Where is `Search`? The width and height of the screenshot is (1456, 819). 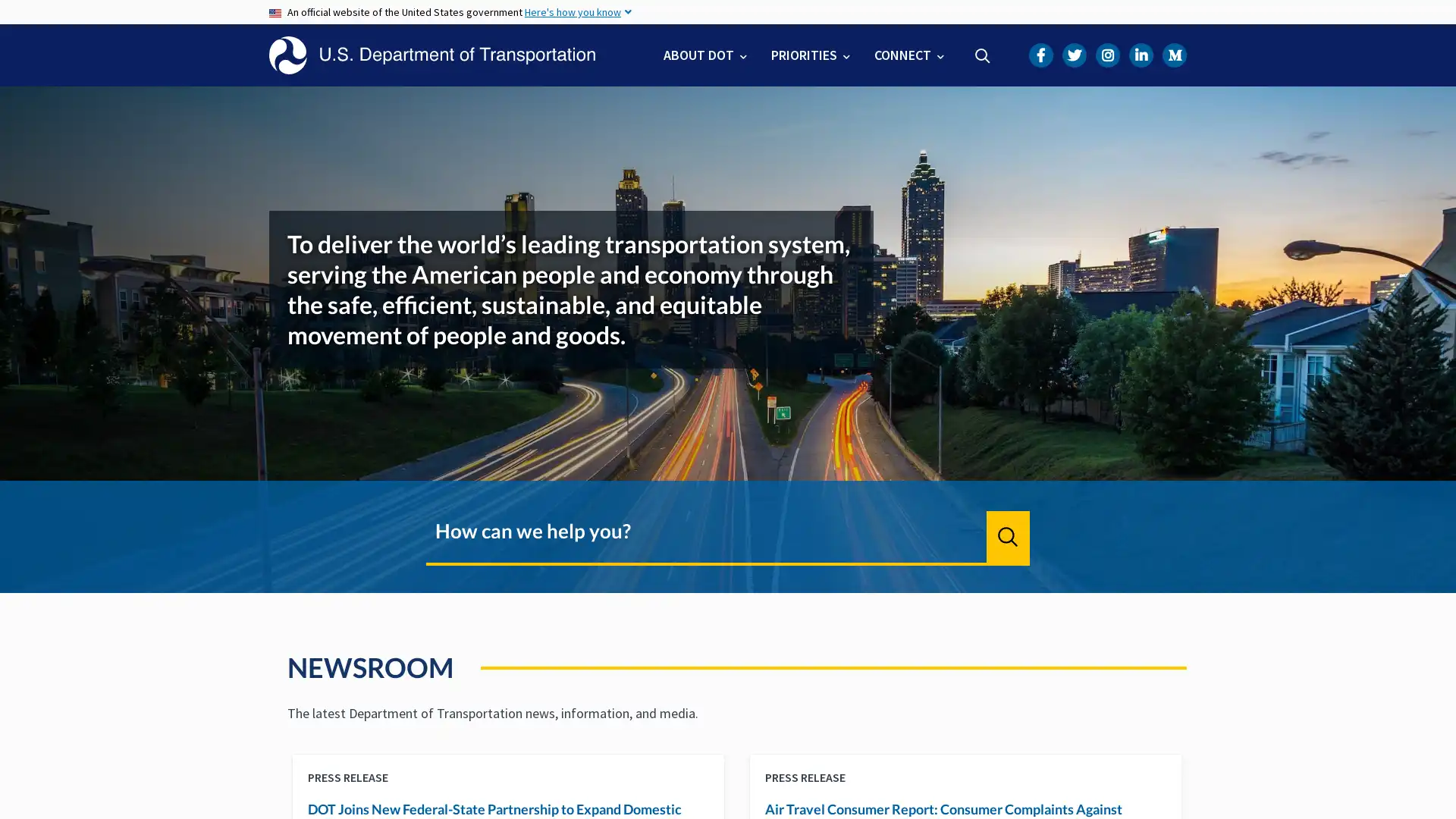 Search is located at coordinates (983, 55).